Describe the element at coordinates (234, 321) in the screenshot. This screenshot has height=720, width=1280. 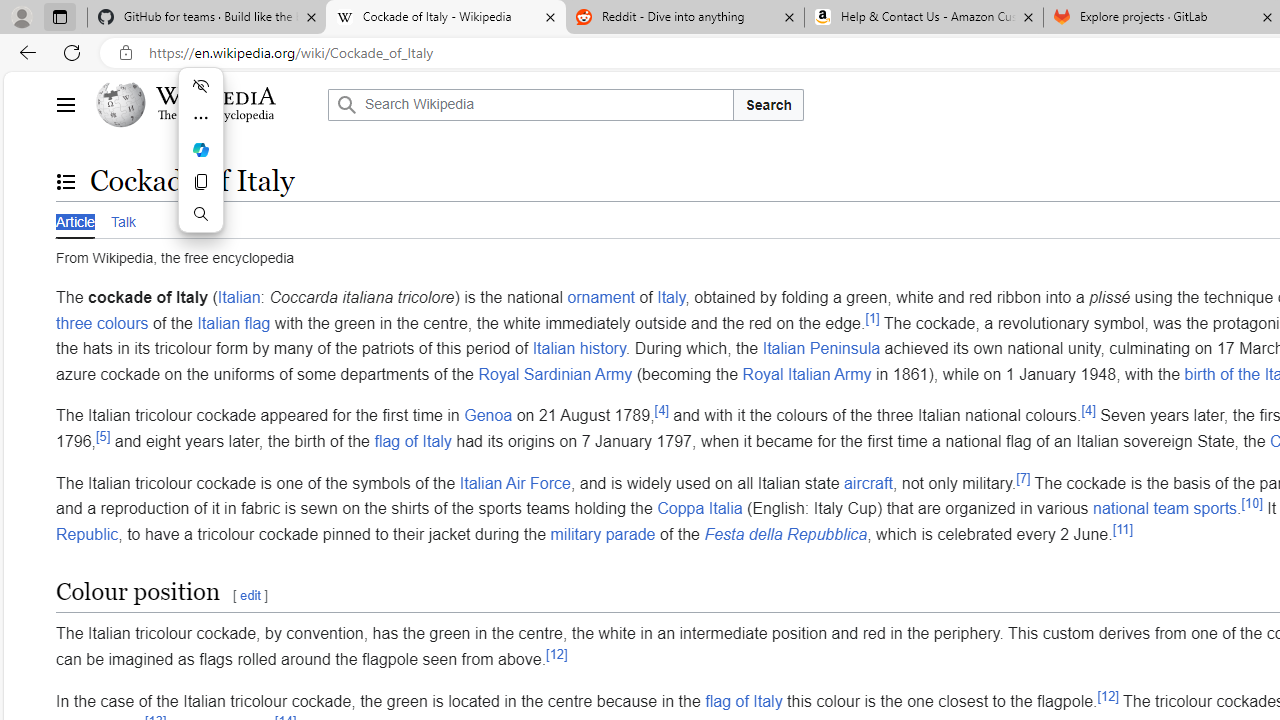
I see `'Italian flag'` at that location.